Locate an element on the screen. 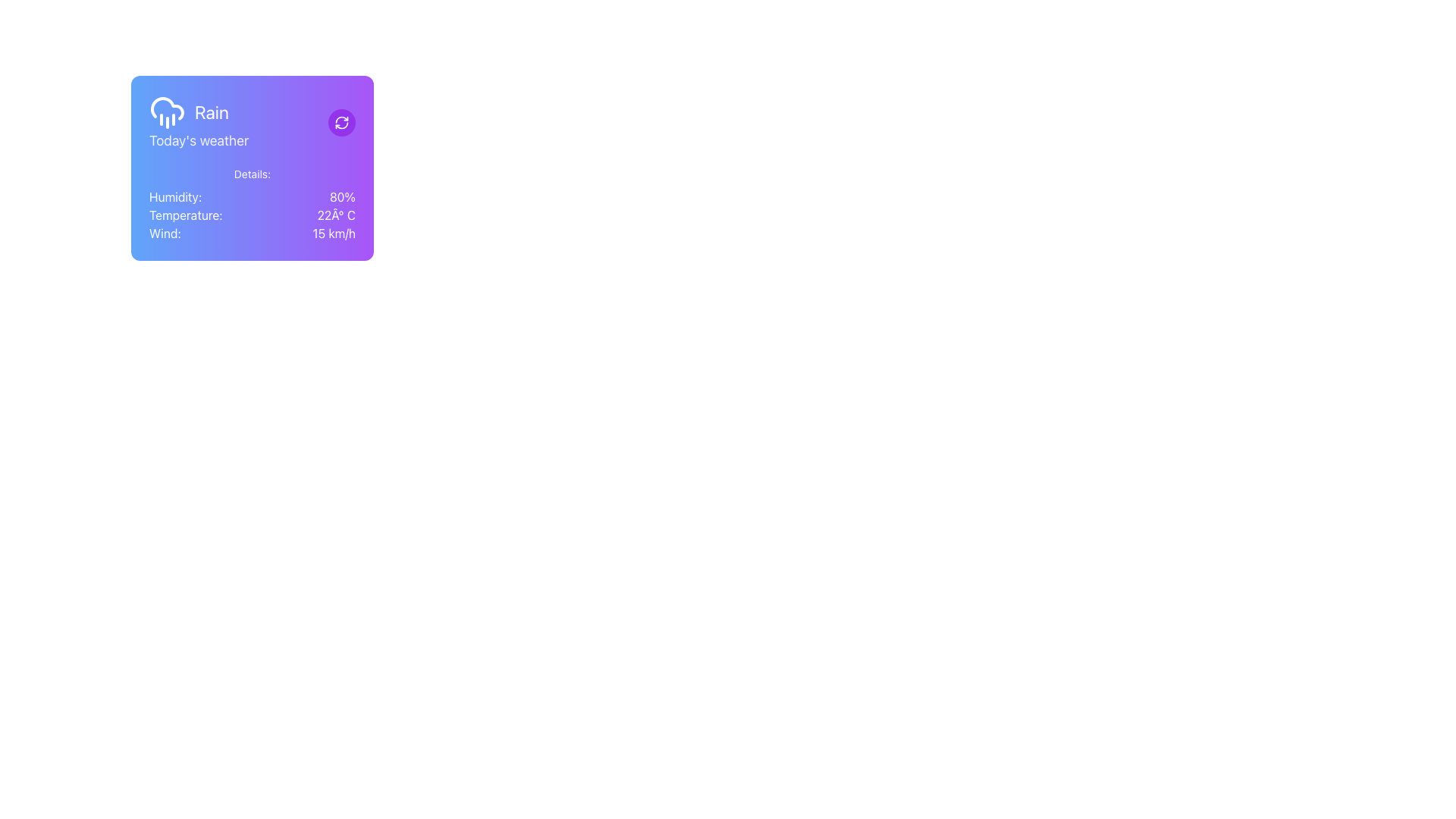 Image resolution: width=1456 pixels, height=819 pixels. the Text Label that serves as a heading for the weather details section, positioned at the top of the vertical layout is located at coordinates (252, 174).